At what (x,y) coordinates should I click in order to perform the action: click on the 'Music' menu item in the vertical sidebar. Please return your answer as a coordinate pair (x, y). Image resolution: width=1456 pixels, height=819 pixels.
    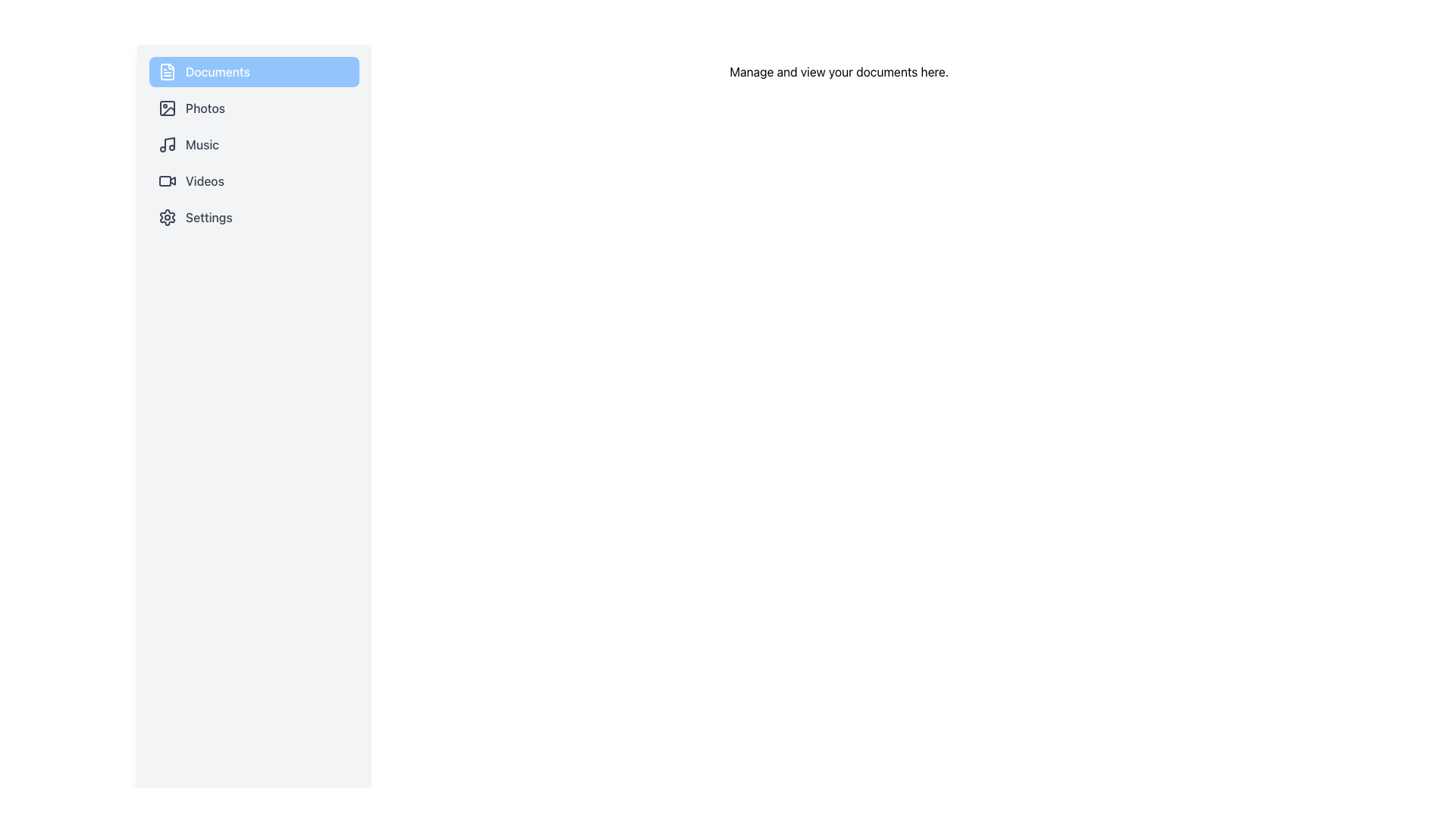
    Looking at the image, I should click on (254, 145).